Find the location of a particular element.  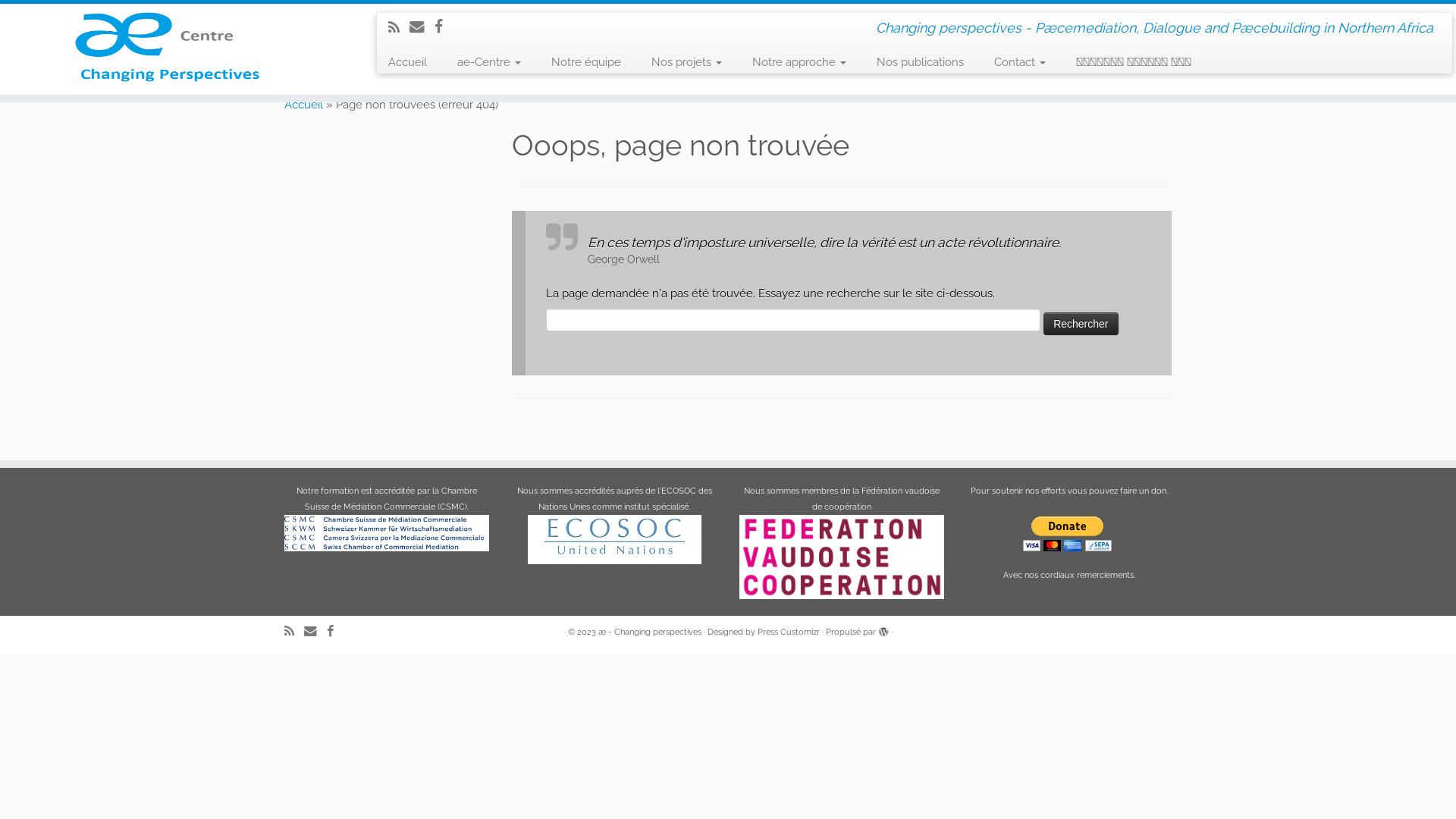

'Abonnez-vous au flux rss' is located at coordinates (399, 27).